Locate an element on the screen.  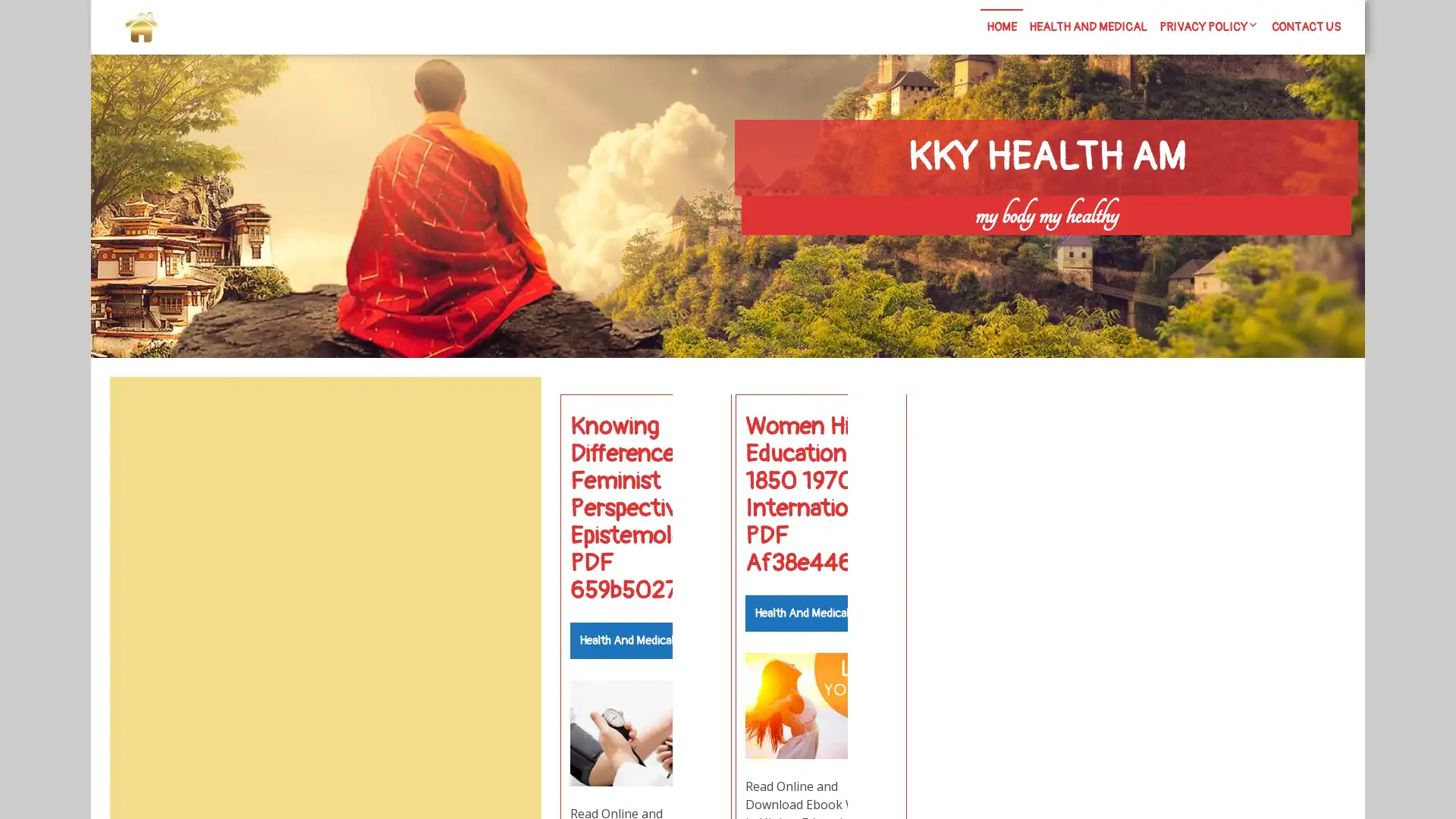
Search is located at coordinates (506, 413).